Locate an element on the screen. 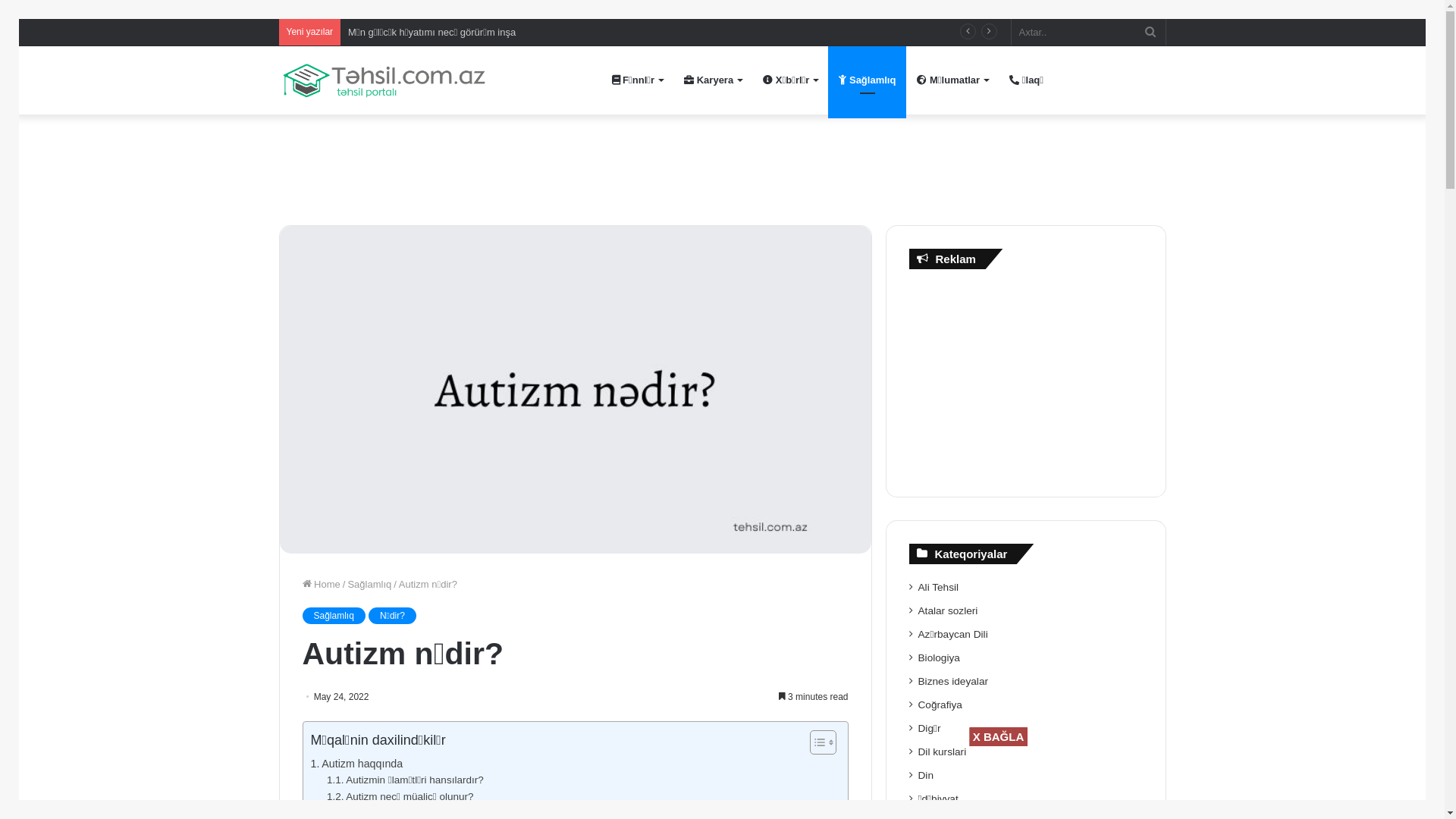  'Dil kurslari' is located at coordinates (917, 752).